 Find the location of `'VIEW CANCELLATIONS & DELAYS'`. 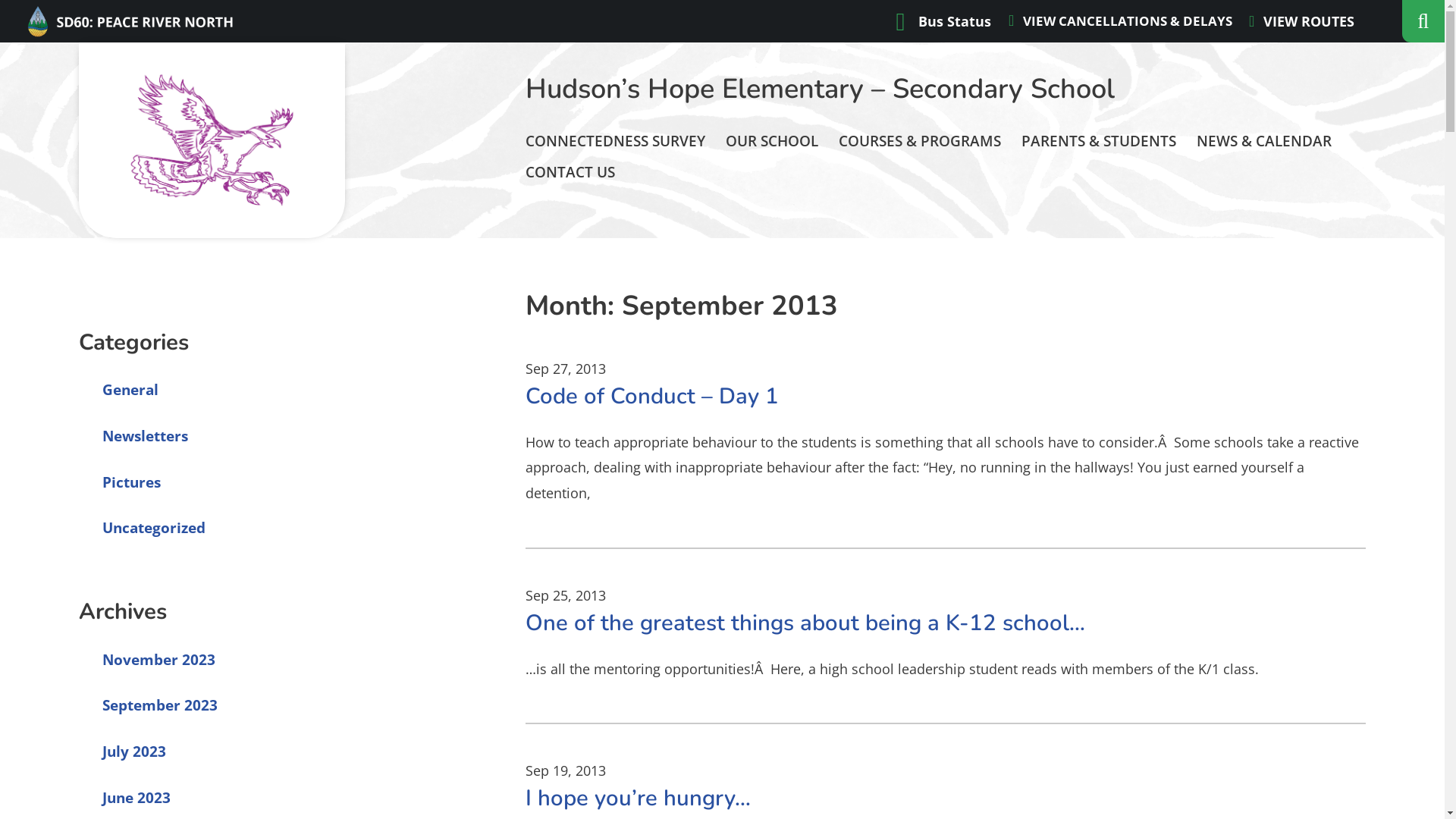

'VIEW CANCELLATIONS & DELAYS' is located at coordinates (1120, 20).